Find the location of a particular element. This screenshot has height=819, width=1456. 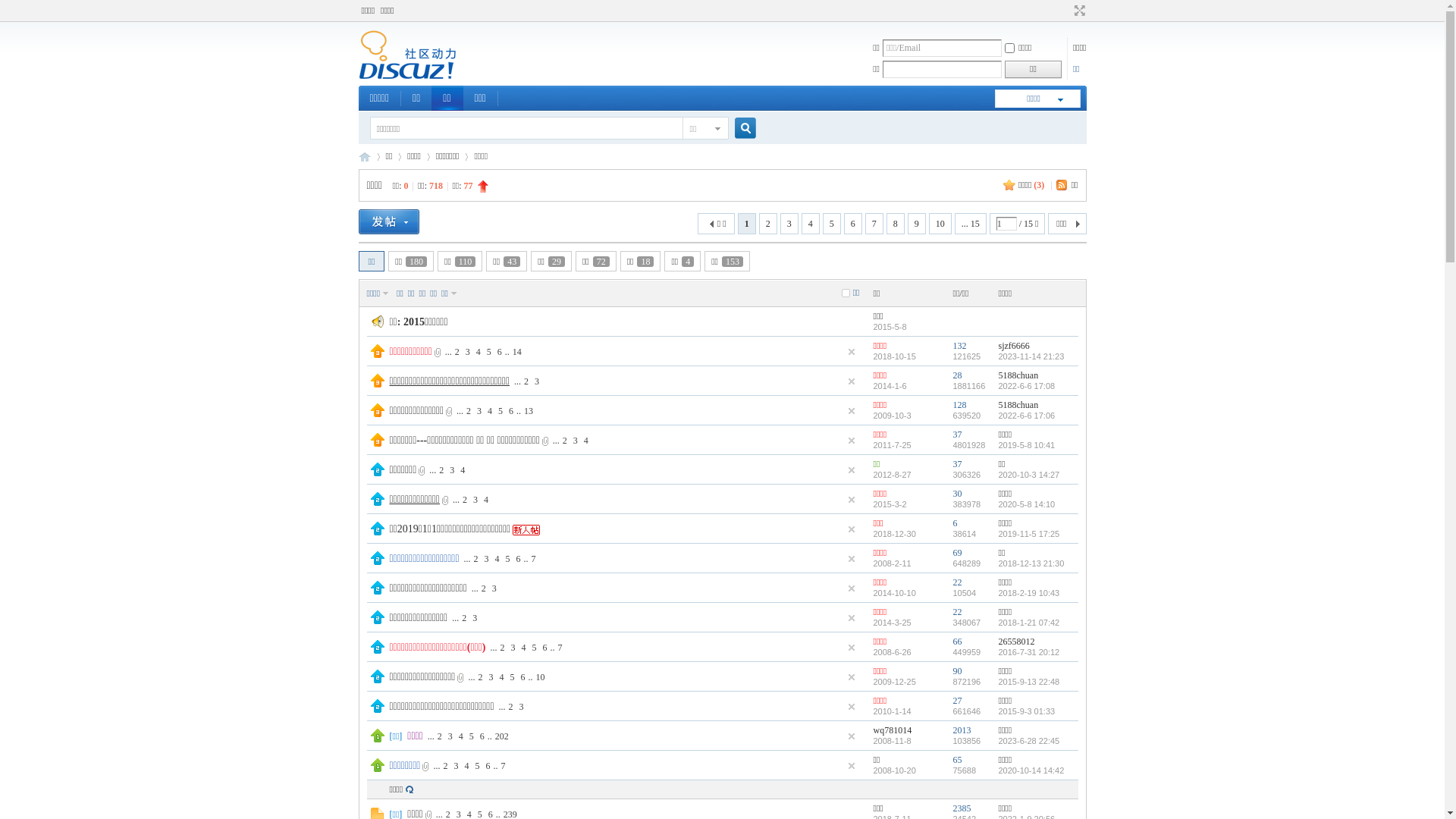

'2019-5-8 10:41' is located at coordinates (997, 444).